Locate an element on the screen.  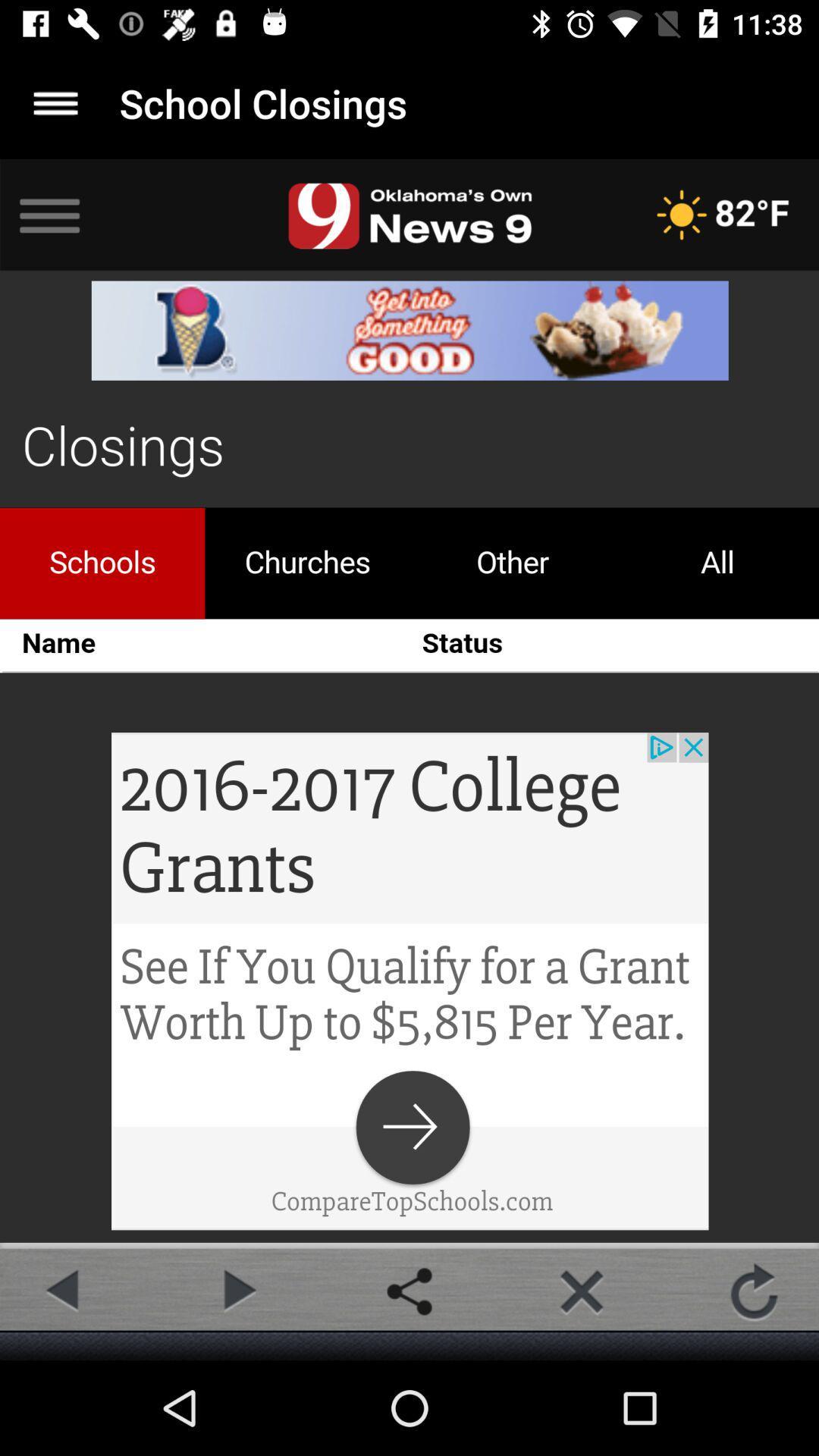
the page option is located at coordinates (581, 1291).